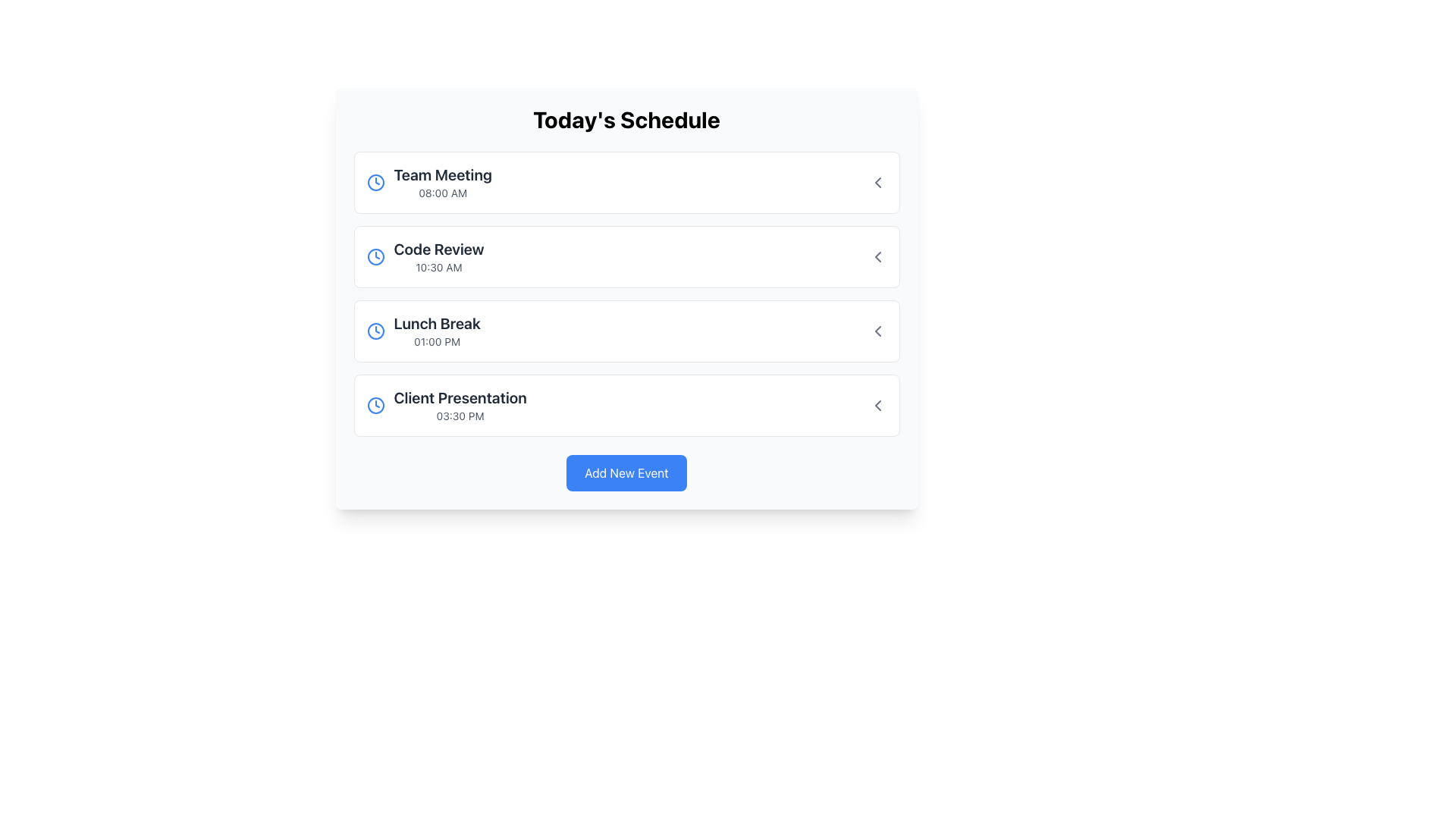 This screenshot has width=1456, height=819. Describe the element at coordinates (877, 256) in the screenshot. I see `the left-pointing chevron icon button located at the far-right side of the 'Code Review' entry` at that location.